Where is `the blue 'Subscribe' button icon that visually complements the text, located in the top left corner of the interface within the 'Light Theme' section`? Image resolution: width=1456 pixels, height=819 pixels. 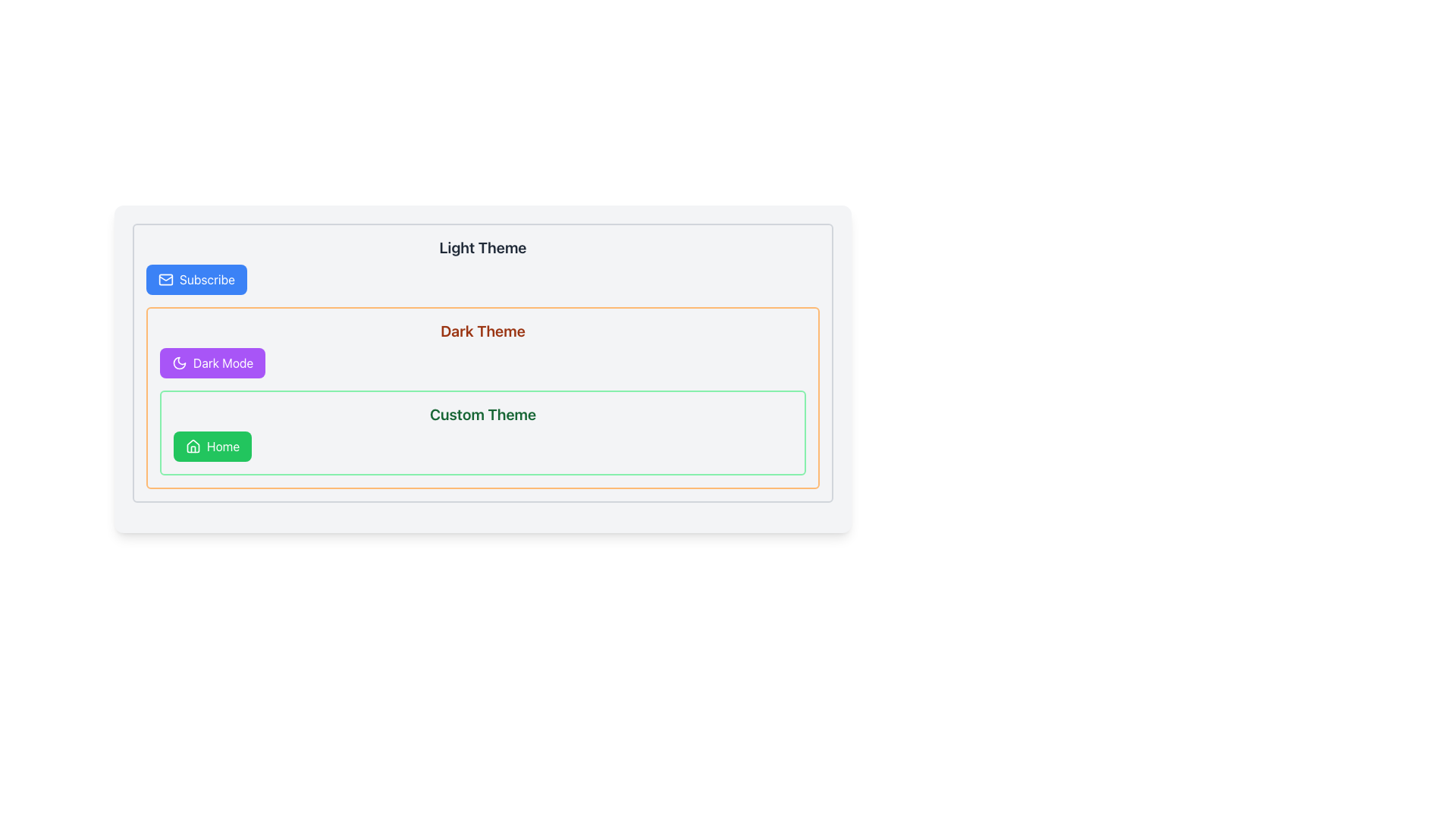
the blue 'Subscribe' button icon that visually complements the text, located in the top left corner of the interface within the 'Light Theme' section is located at coordinates (166, 280).